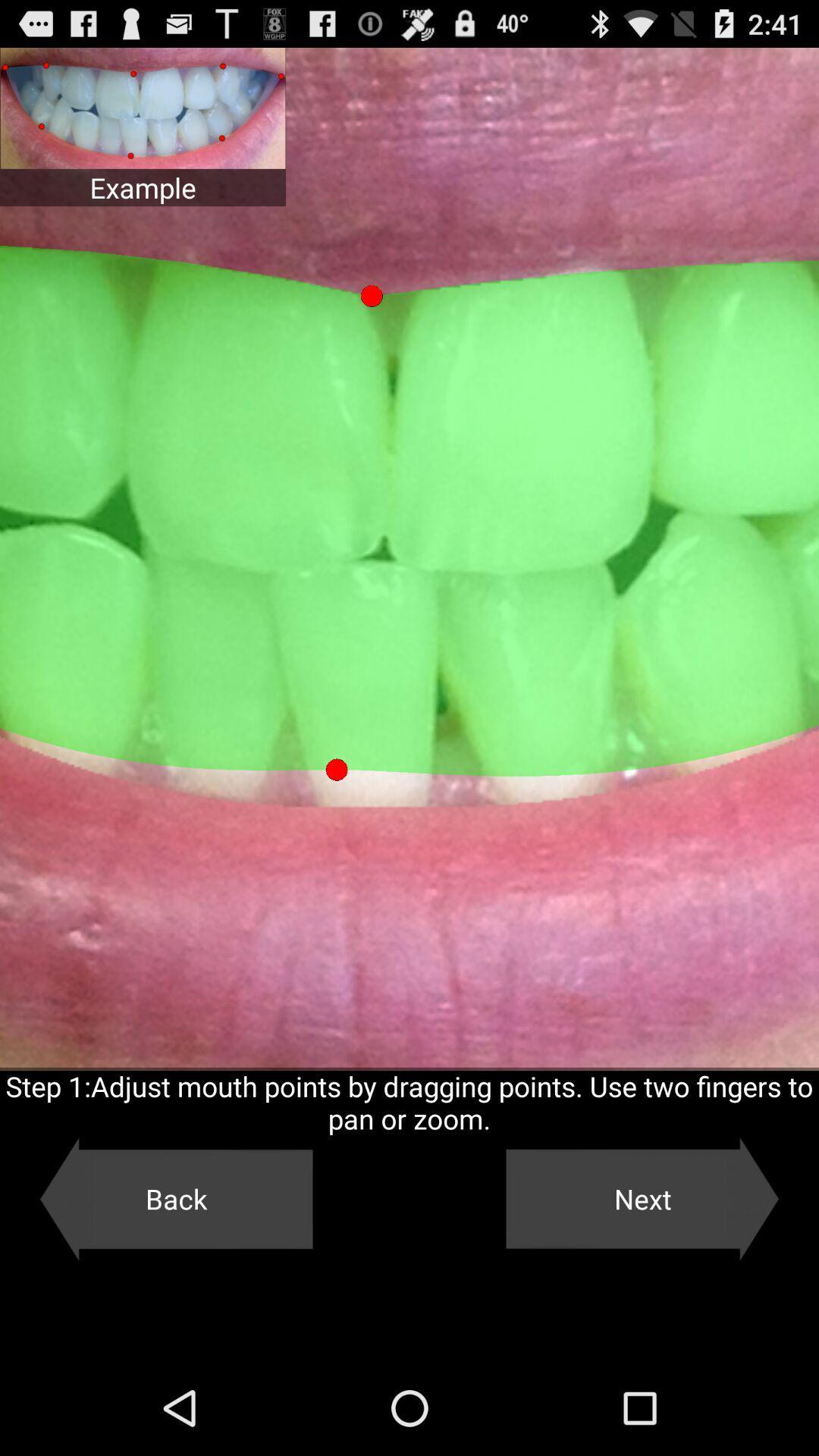  I want to click on the next at the bottom right corner, so click(642, 1198).